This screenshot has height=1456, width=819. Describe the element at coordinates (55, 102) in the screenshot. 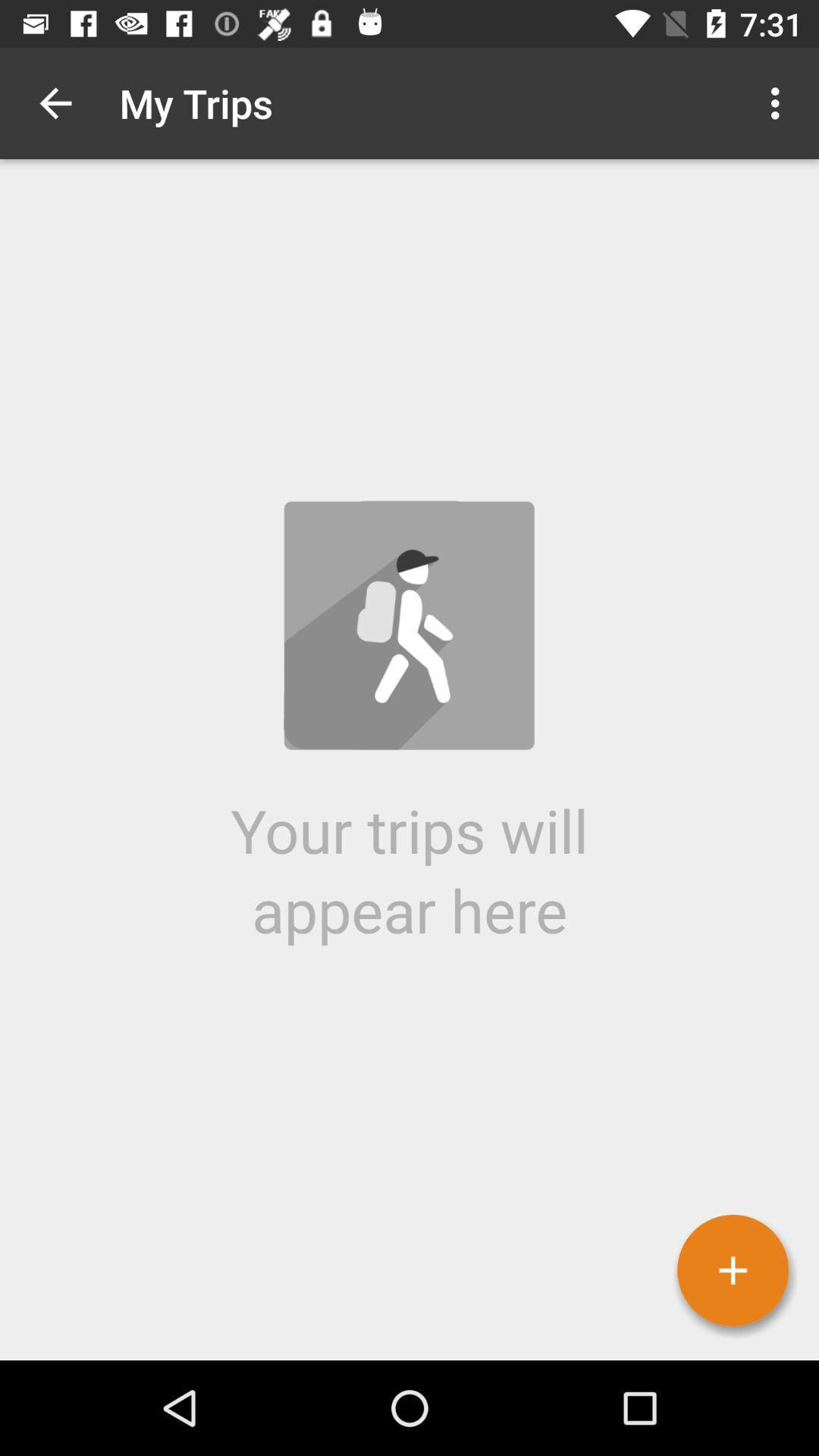

I see `icon to the left of the my trips icon` at that location.